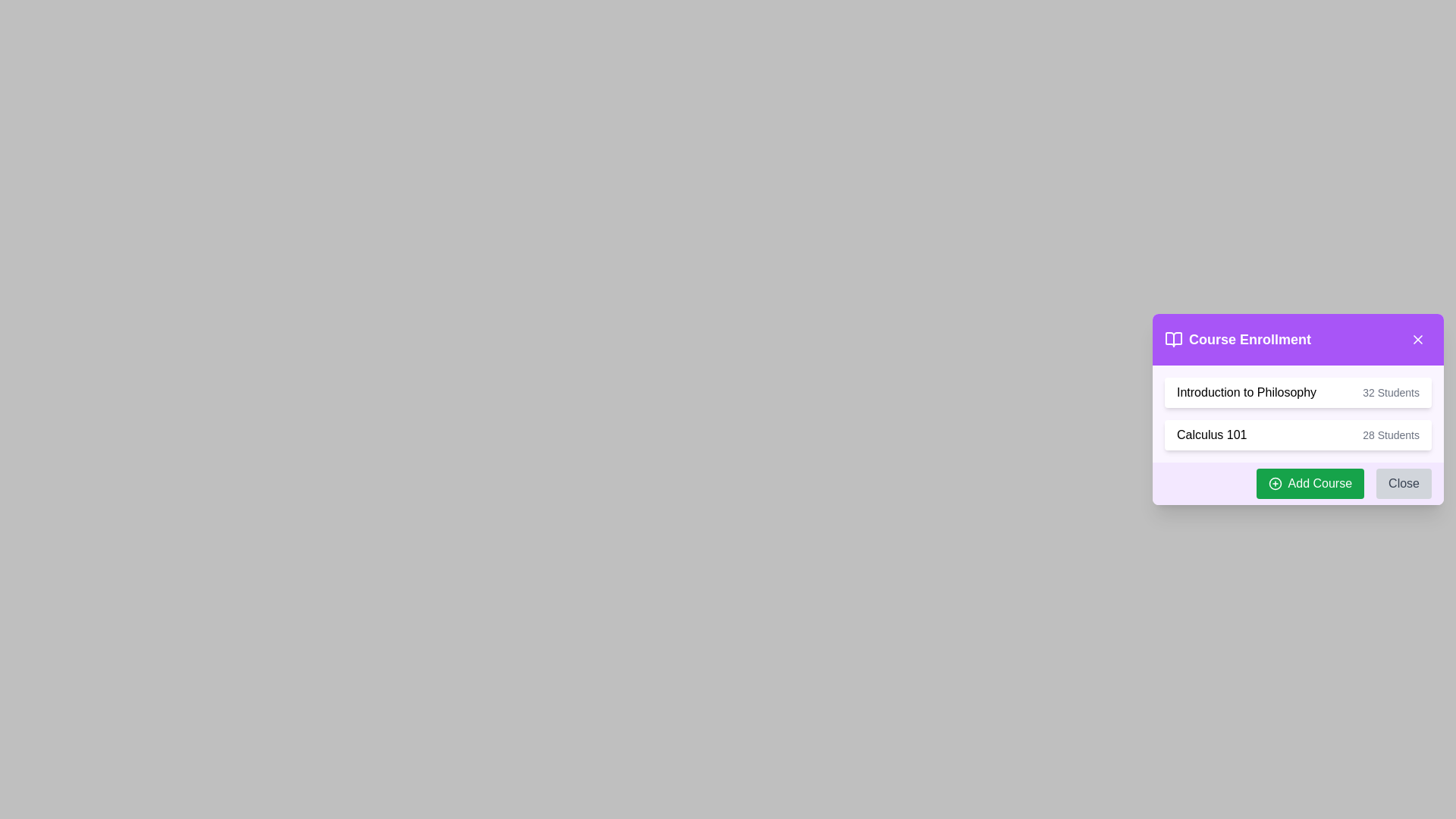 The height and width of the screenshot is (819, 1456). What do you see at coordinates (1173, 338) in the screenshot?
I see `the decorative icon representing 'Course Enrollment' located at the top-left of the purple header section of the modal window` at bounding box center [1173, 338].